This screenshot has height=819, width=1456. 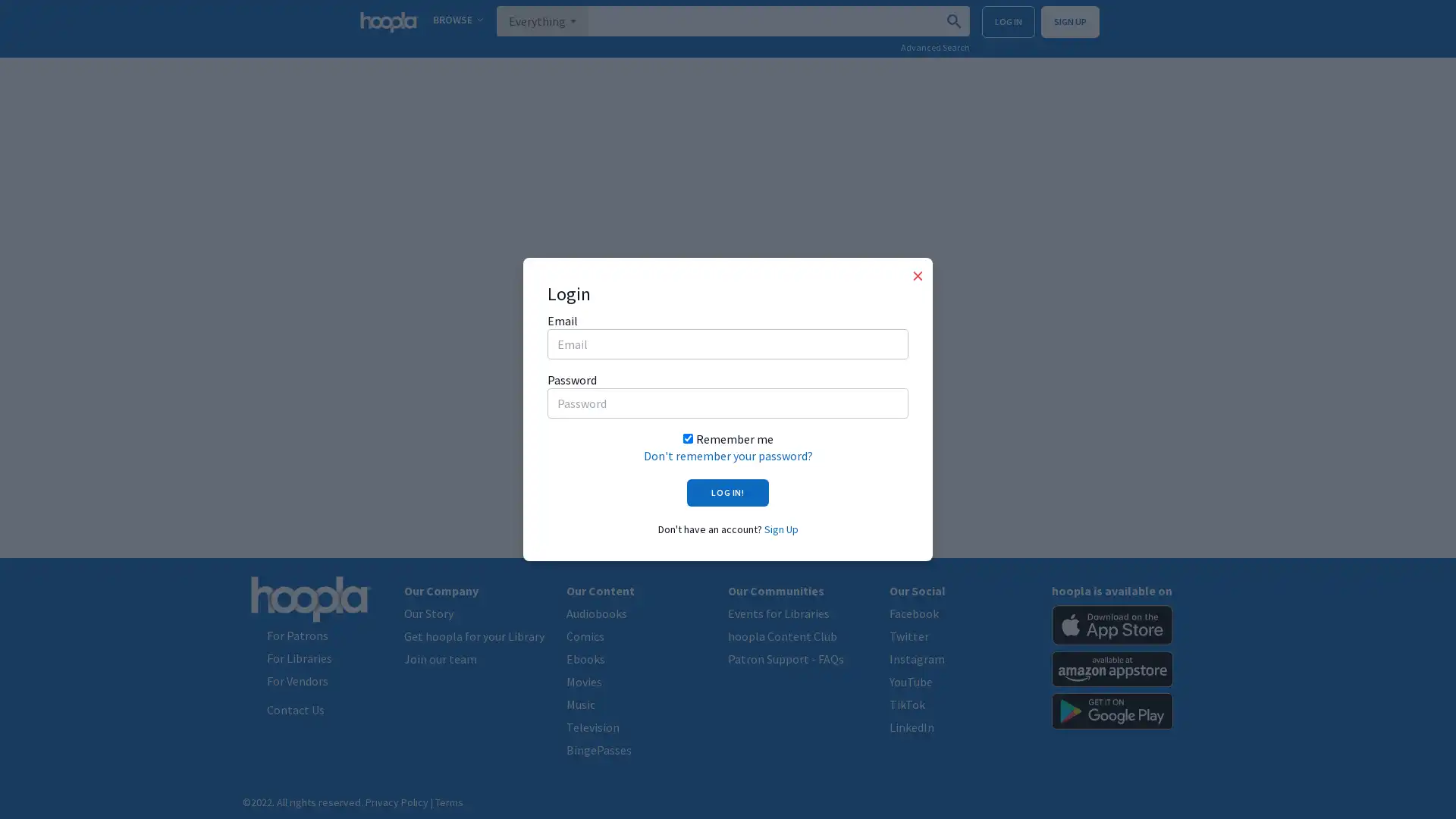 I want to click on Don't remember your password?, so click(x=726, y=455).